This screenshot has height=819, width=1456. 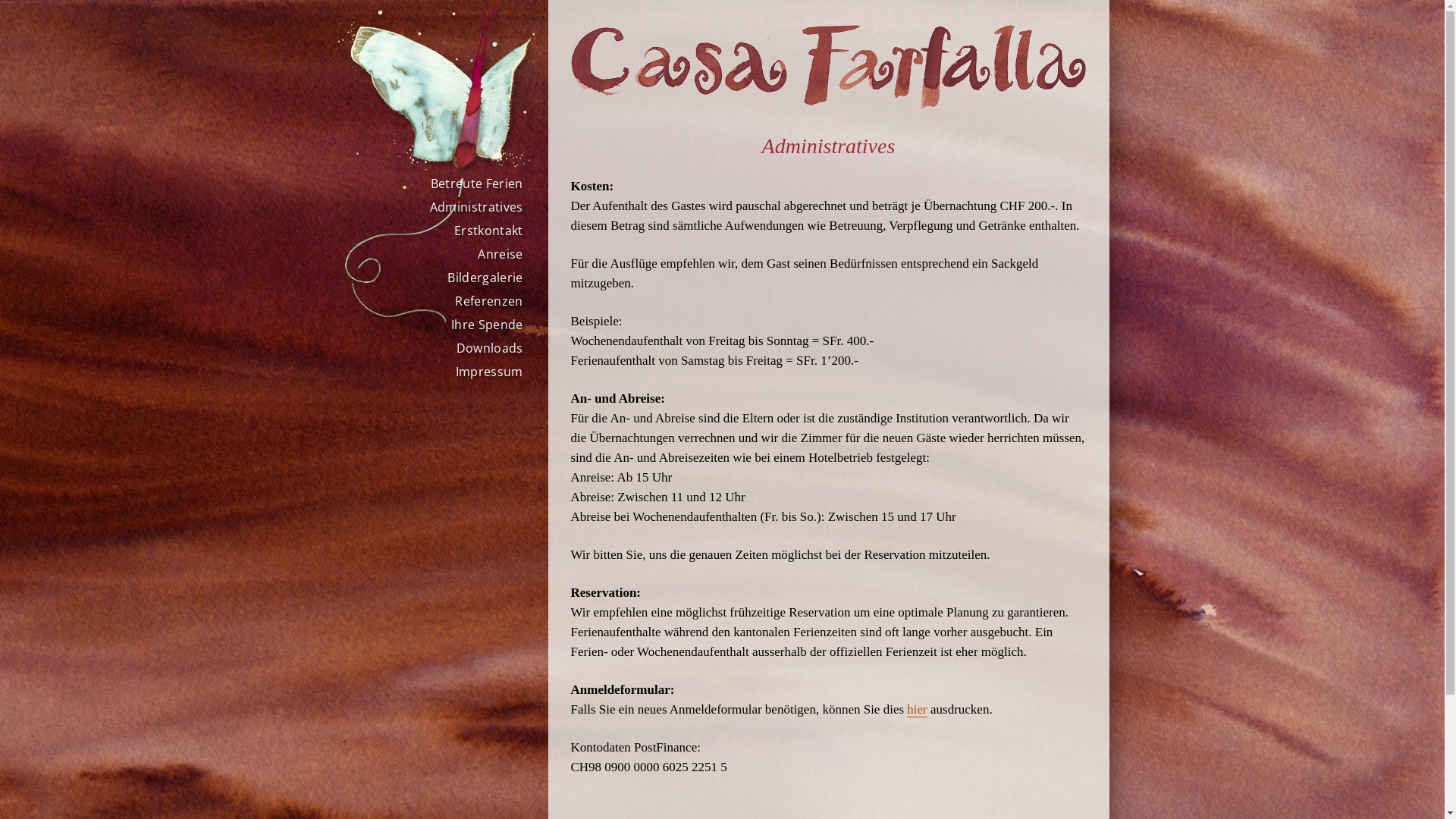 What do you see at coordinates (906, 710) in the screenshot?
I see `'hier'` at bounding box center [906, 710].